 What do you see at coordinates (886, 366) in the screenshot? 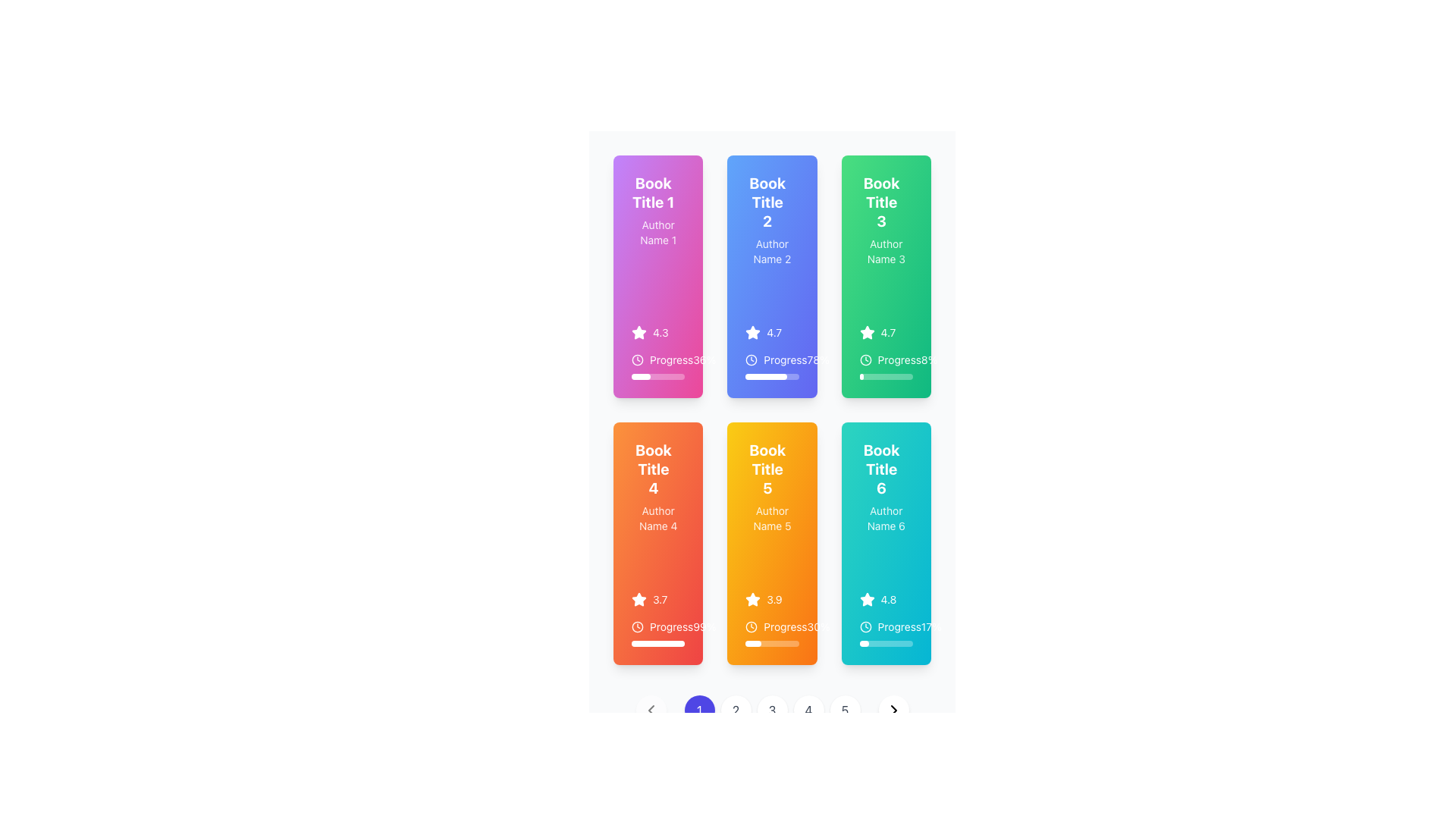
I see `the information display module with a progress indicator labeled 'Progress8%' located in the top right section of the interface within a green card labeled 'Book Title 3' and 'Author Name 3'` at bounding box center [886, 366].